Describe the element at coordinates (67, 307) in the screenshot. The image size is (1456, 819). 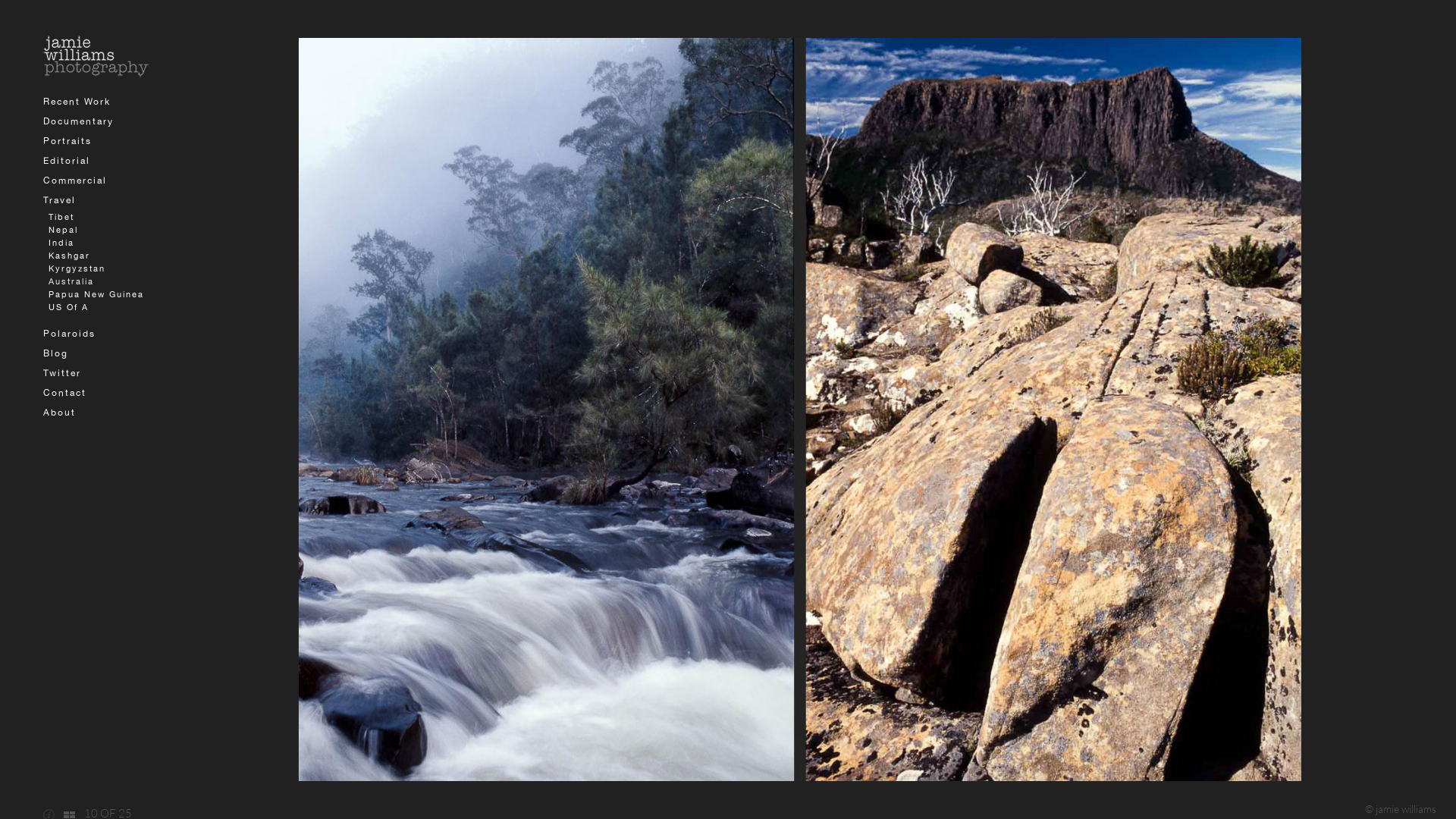
I see `'US Of A'` at that location.